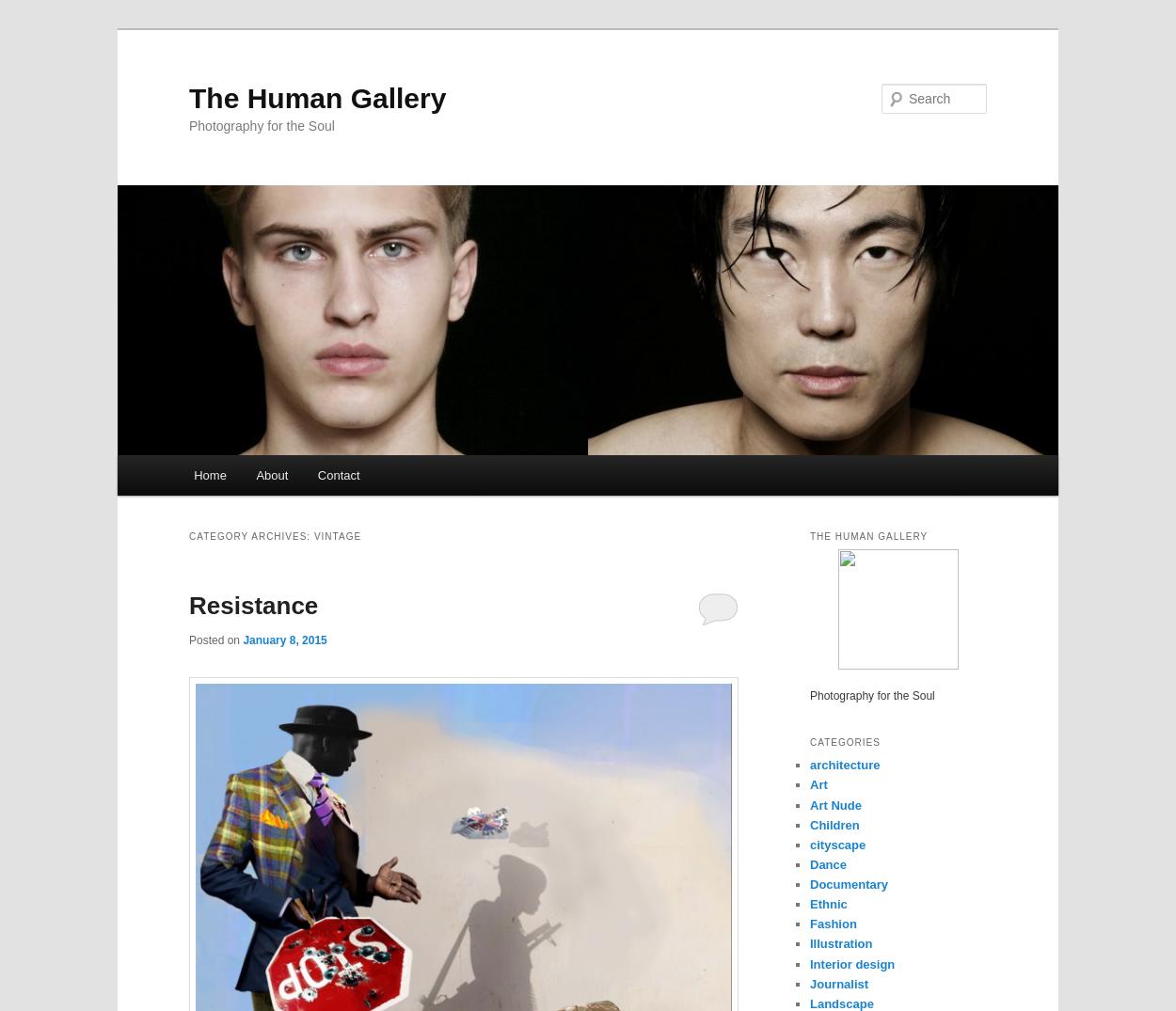  Describe the element at coordinates (284, 640) in the screenshot. I see `'January 8, 2015'` at that location.